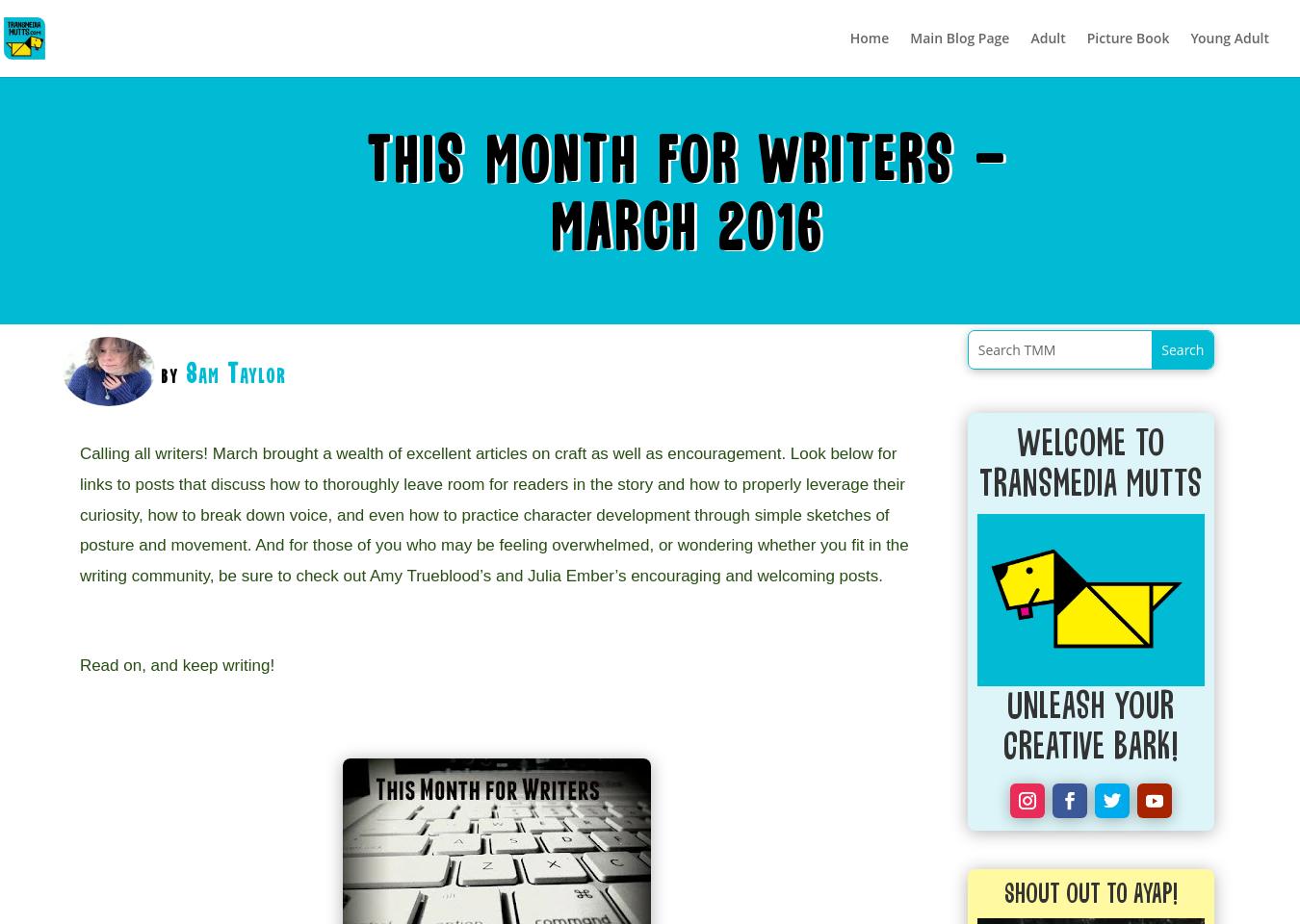 The image size is (1300, 924). I want to click on 'Sam Taylor', so click(235, 372).